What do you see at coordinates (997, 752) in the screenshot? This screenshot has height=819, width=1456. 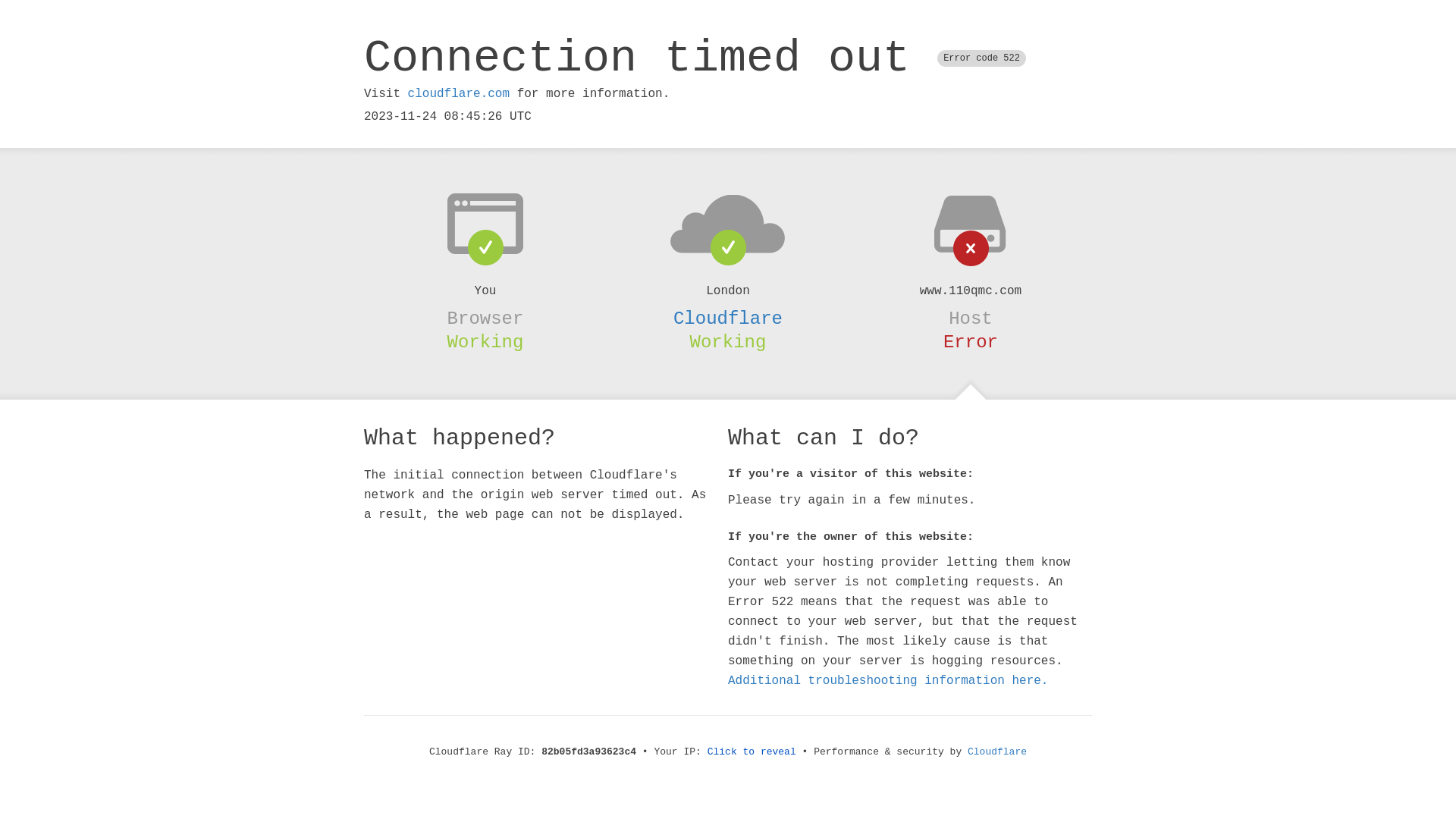 I see `'Cloudflare'` at bounding box center [997, 752].